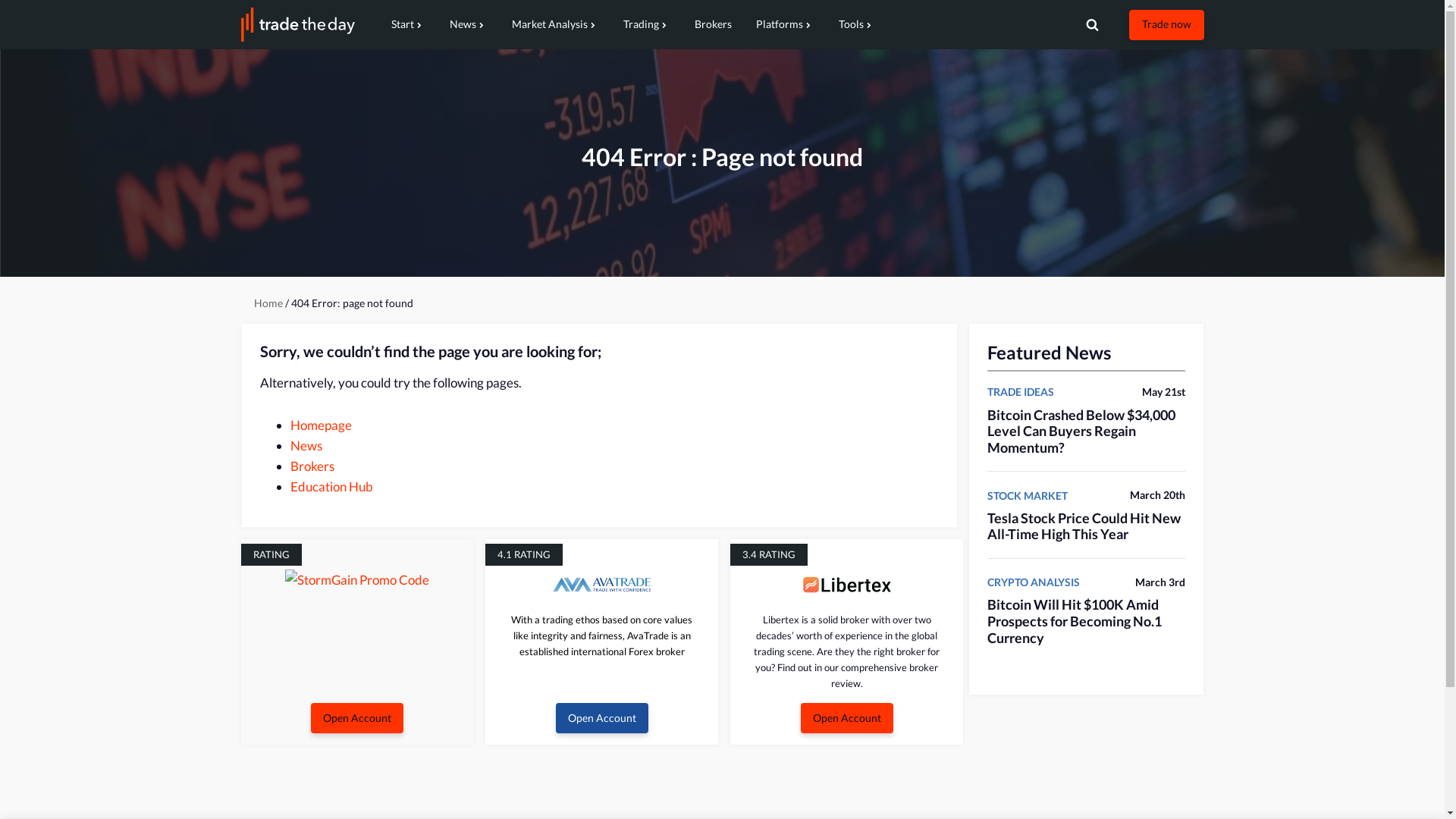 This screenshot has height=819, width=1456. What do you see at coordinates (1165, 24) in the screenshot?
I see `'Trade now'` at bounding box center [1165, 24].